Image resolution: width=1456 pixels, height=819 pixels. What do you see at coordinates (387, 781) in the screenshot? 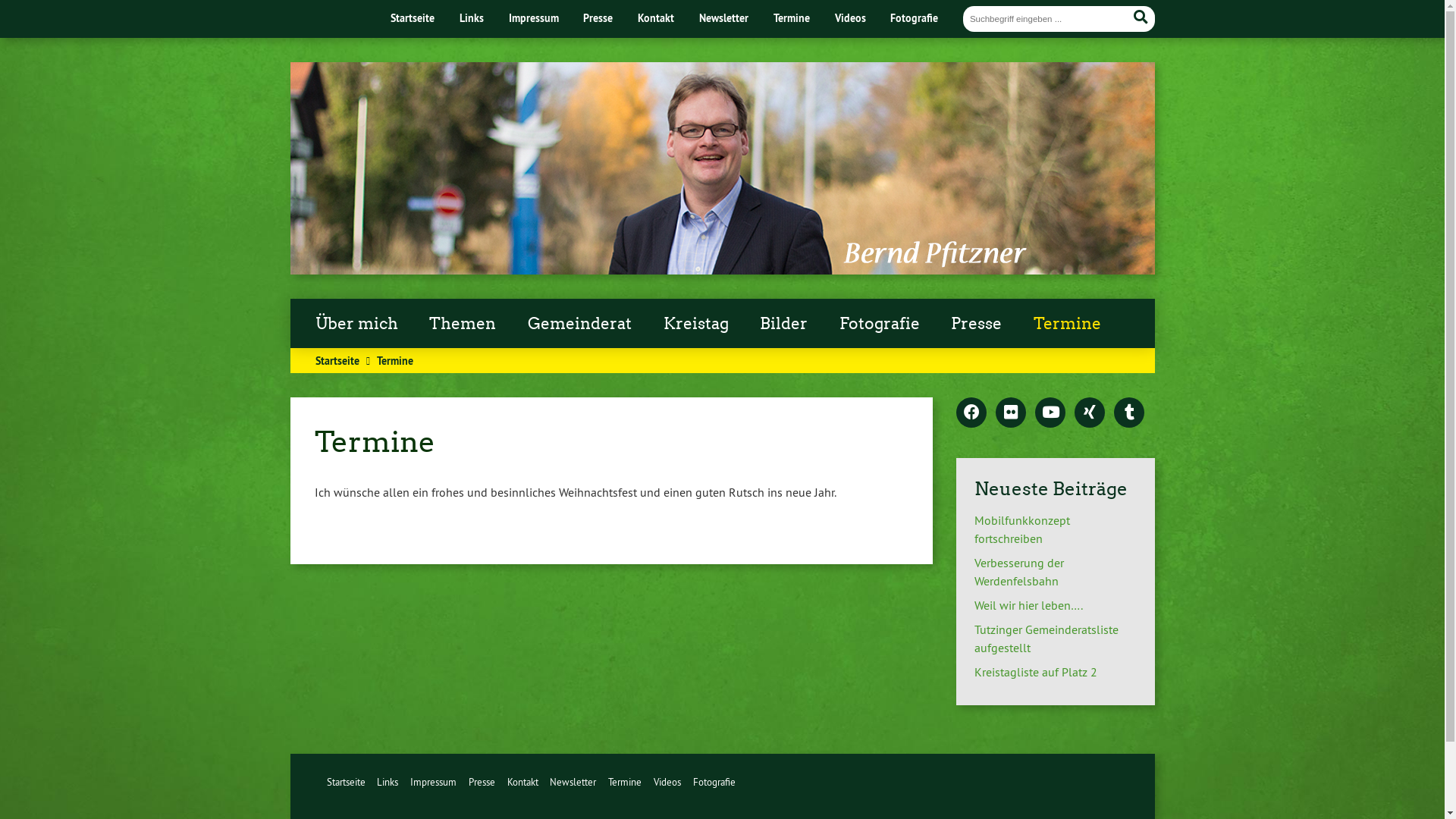
I see `'Links'` at bounding box center [387, 781].